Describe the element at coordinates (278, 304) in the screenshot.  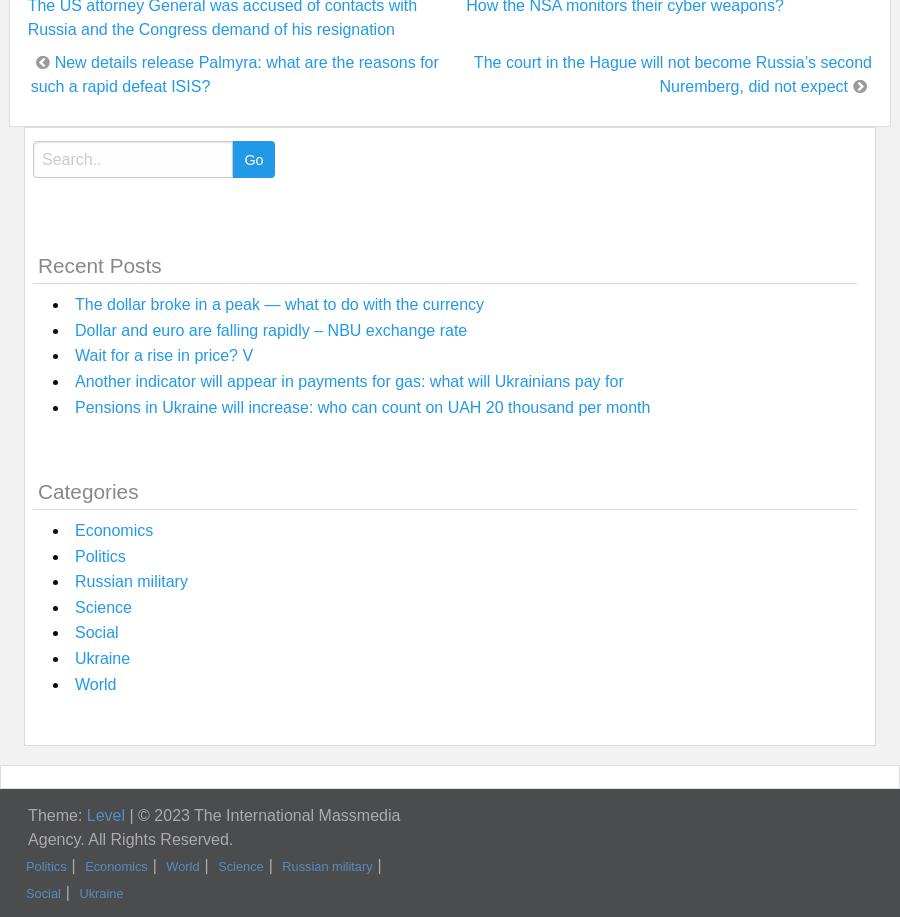
I see `'The dollar broke in a peak — what to do with the currency'` at that location.